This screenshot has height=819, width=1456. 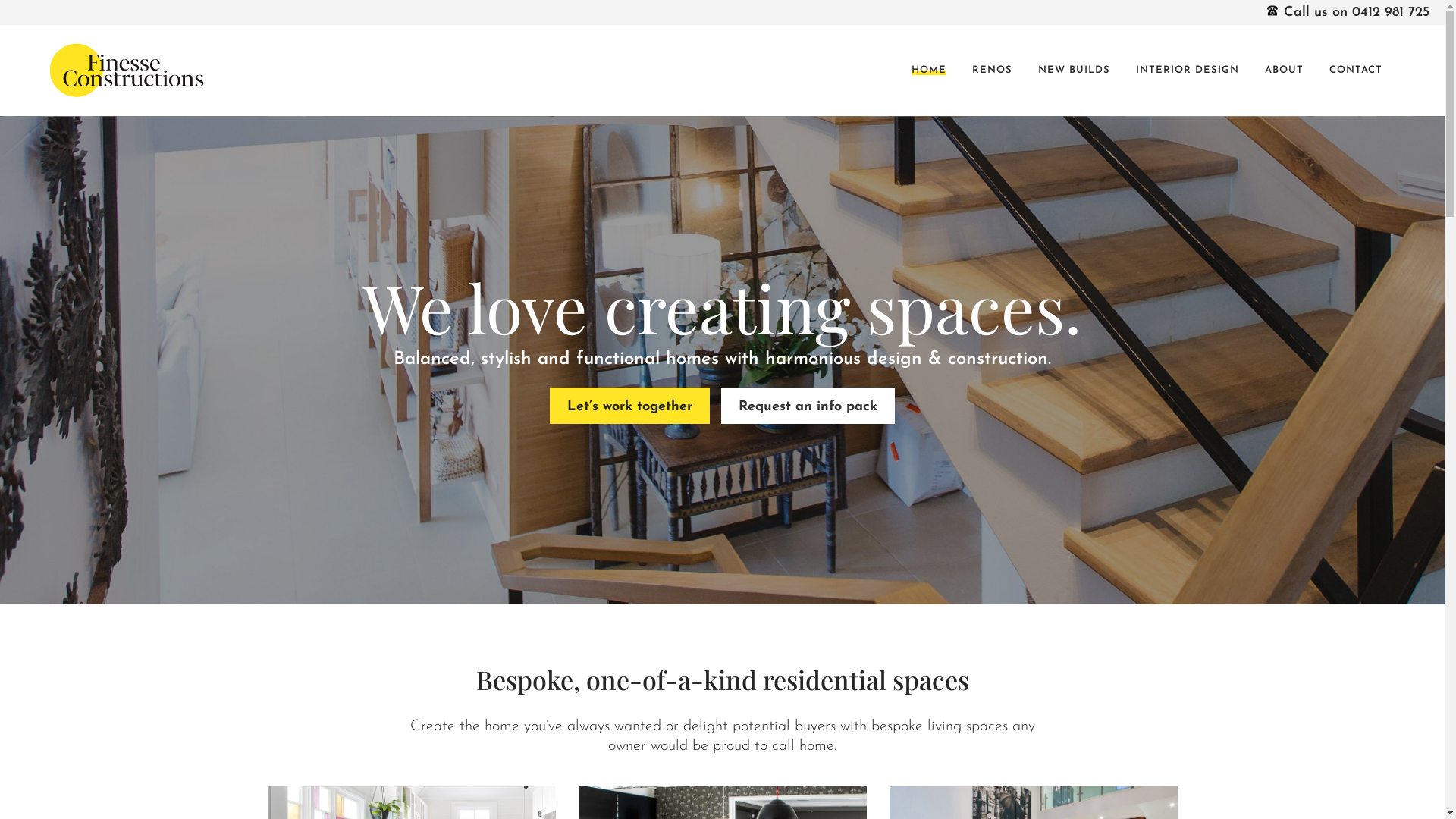 What do you see at coordinates (992, 70) in the screenshot?
I see `'RENOS'` at bounding box center [992, 70].